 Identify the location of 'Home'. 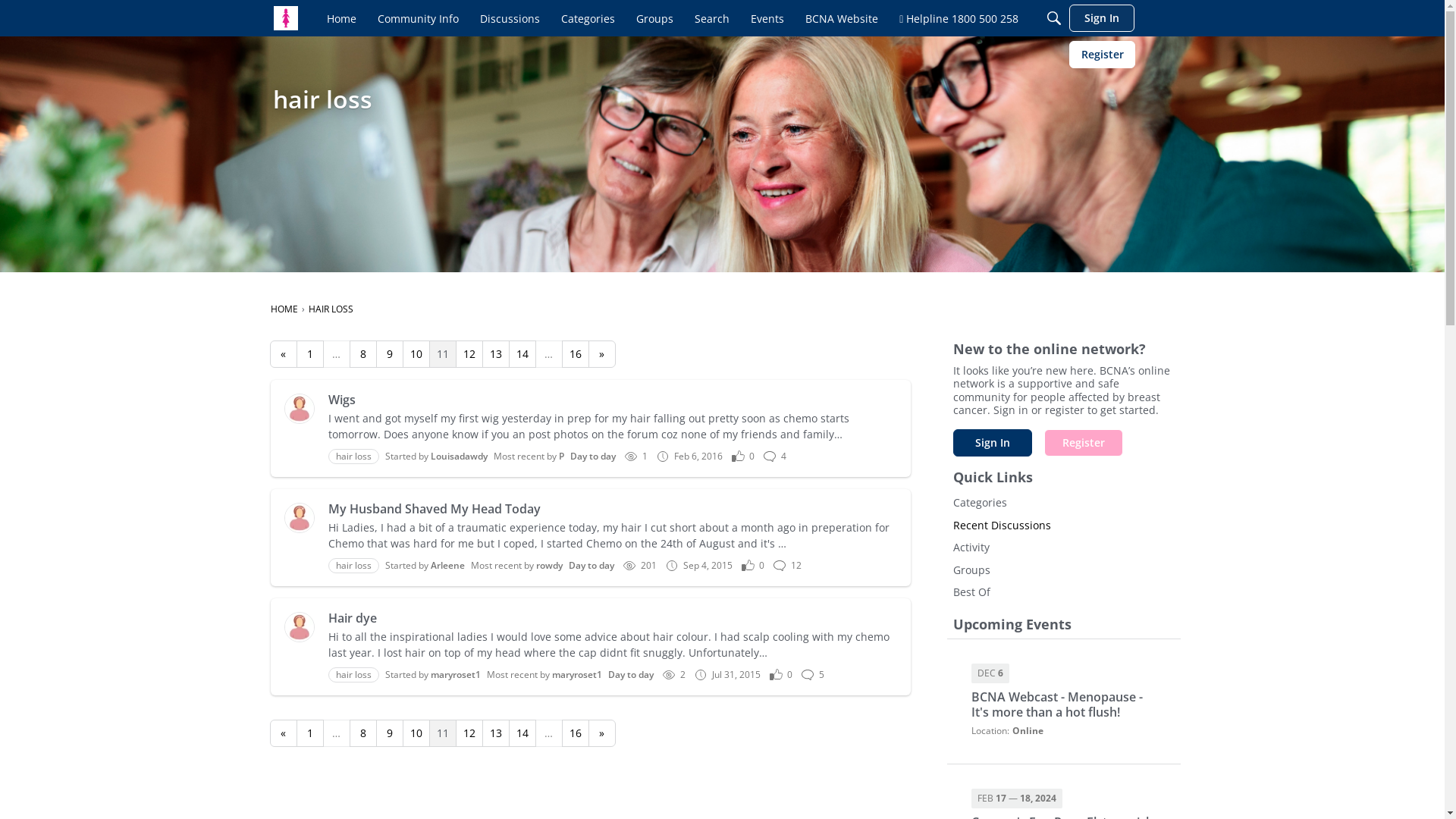
(340, 17).